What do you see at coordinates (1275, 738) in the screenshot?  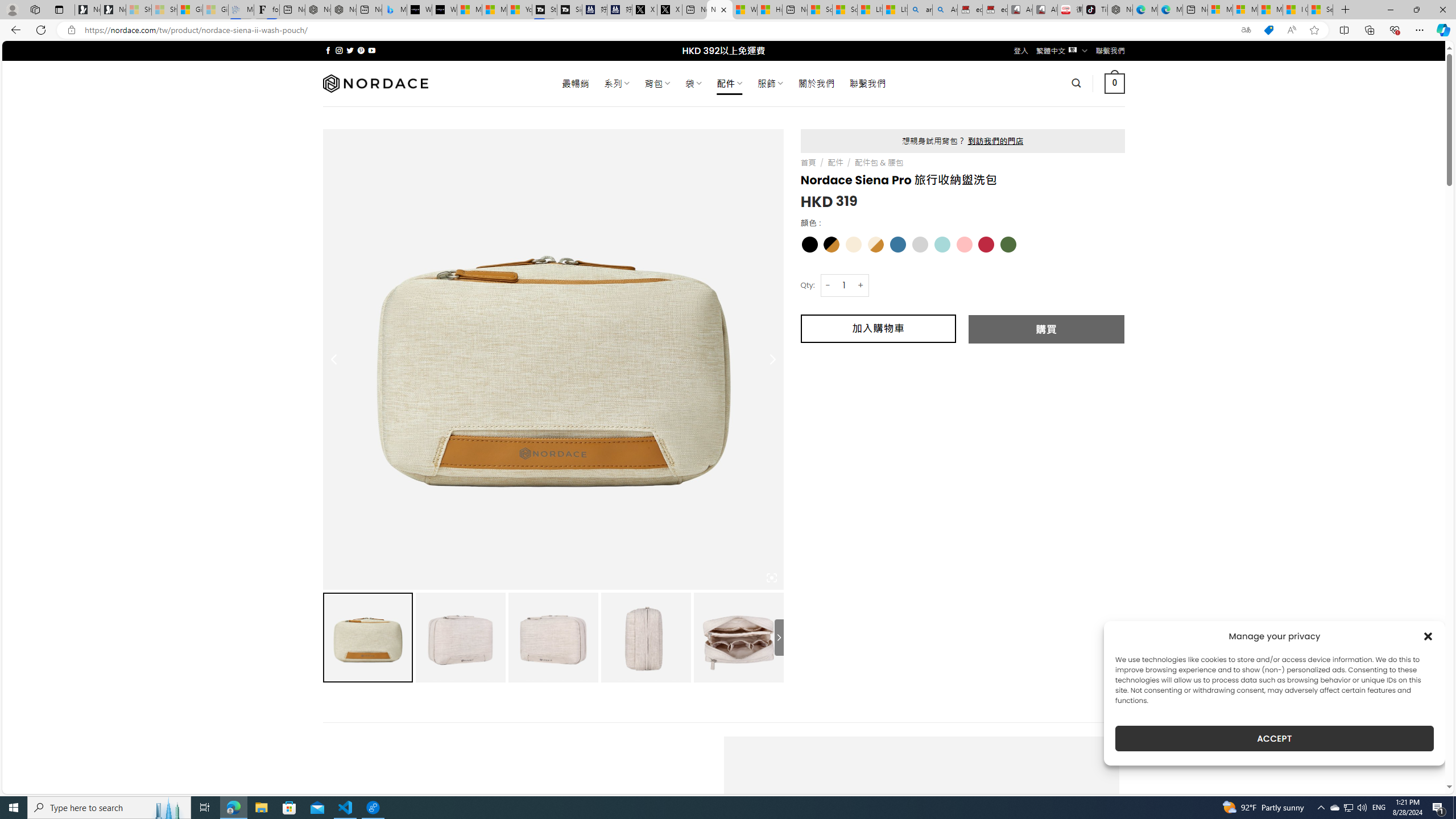 I see `'ACCEPT'` at bounding box center [1275, 738].